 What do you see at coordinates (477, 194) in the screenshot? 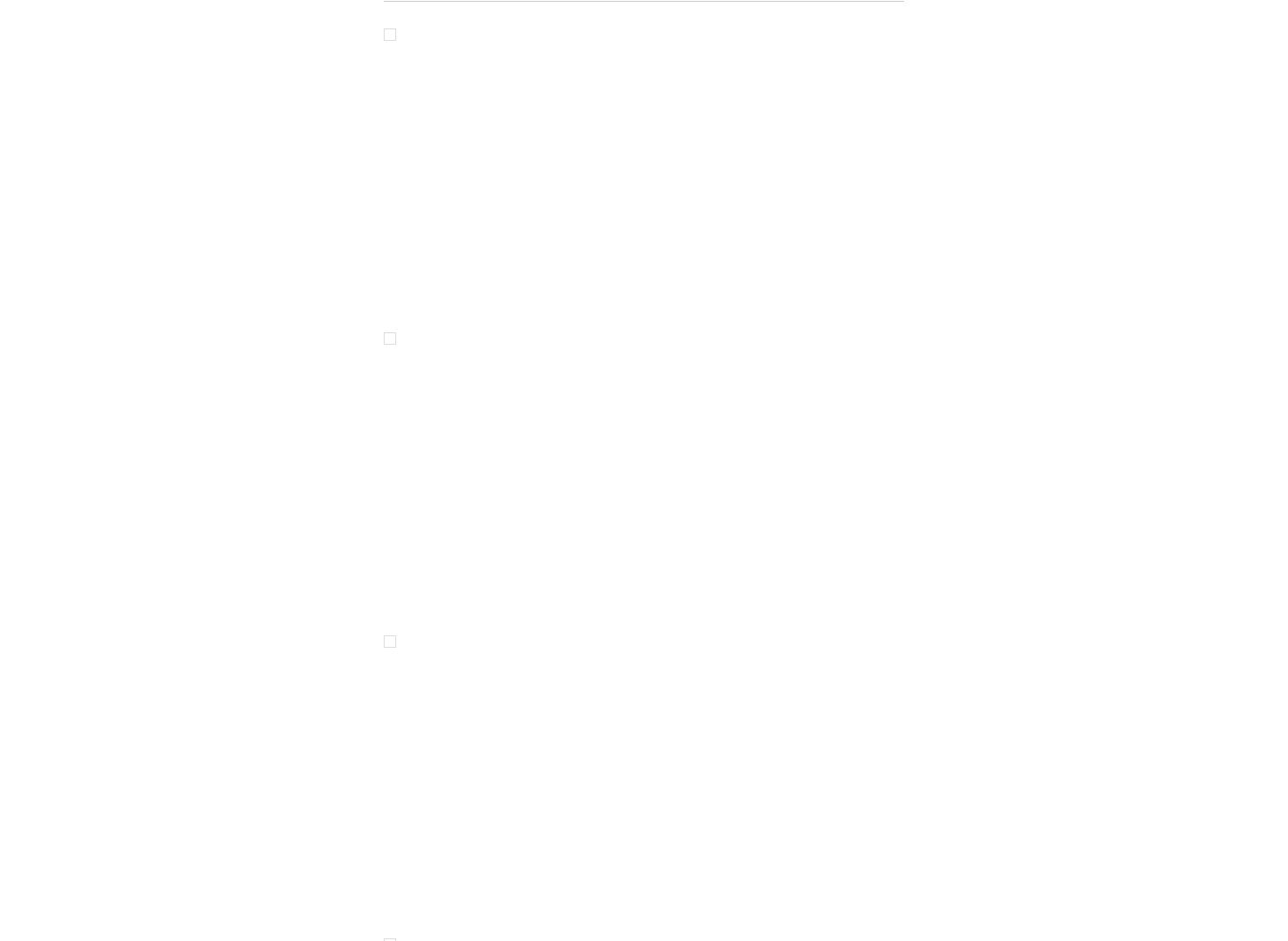
I see `'ENTABLATURE'` at bounding box center [477, 194].